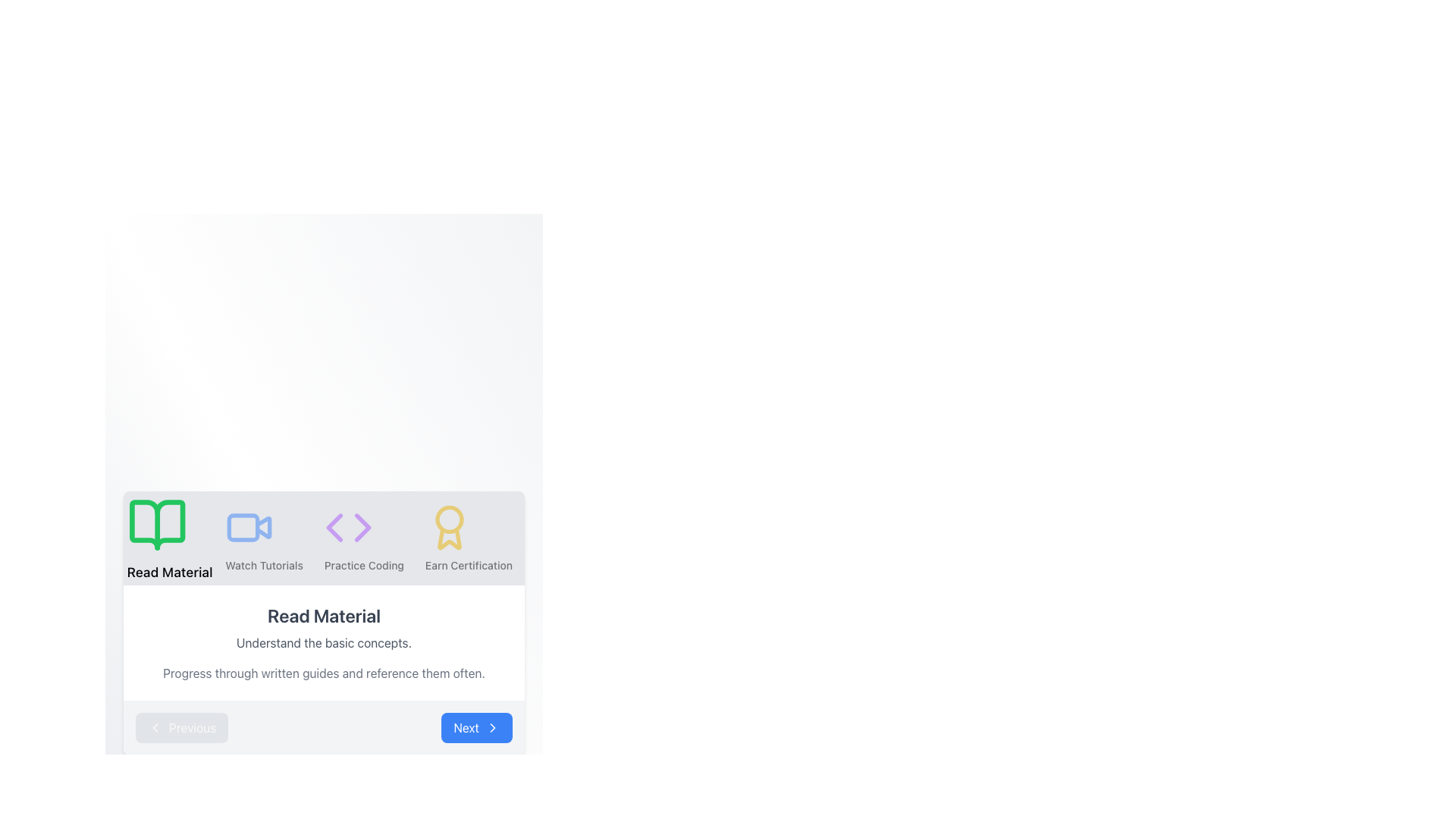  What do you see at coordinates (362, 526) in the screenshot?
I see `the rightward-pointing triangular icon located in the bottom area of the interface, specifically the third icon from the left in the row of icons` at bounding box center [362, 526].